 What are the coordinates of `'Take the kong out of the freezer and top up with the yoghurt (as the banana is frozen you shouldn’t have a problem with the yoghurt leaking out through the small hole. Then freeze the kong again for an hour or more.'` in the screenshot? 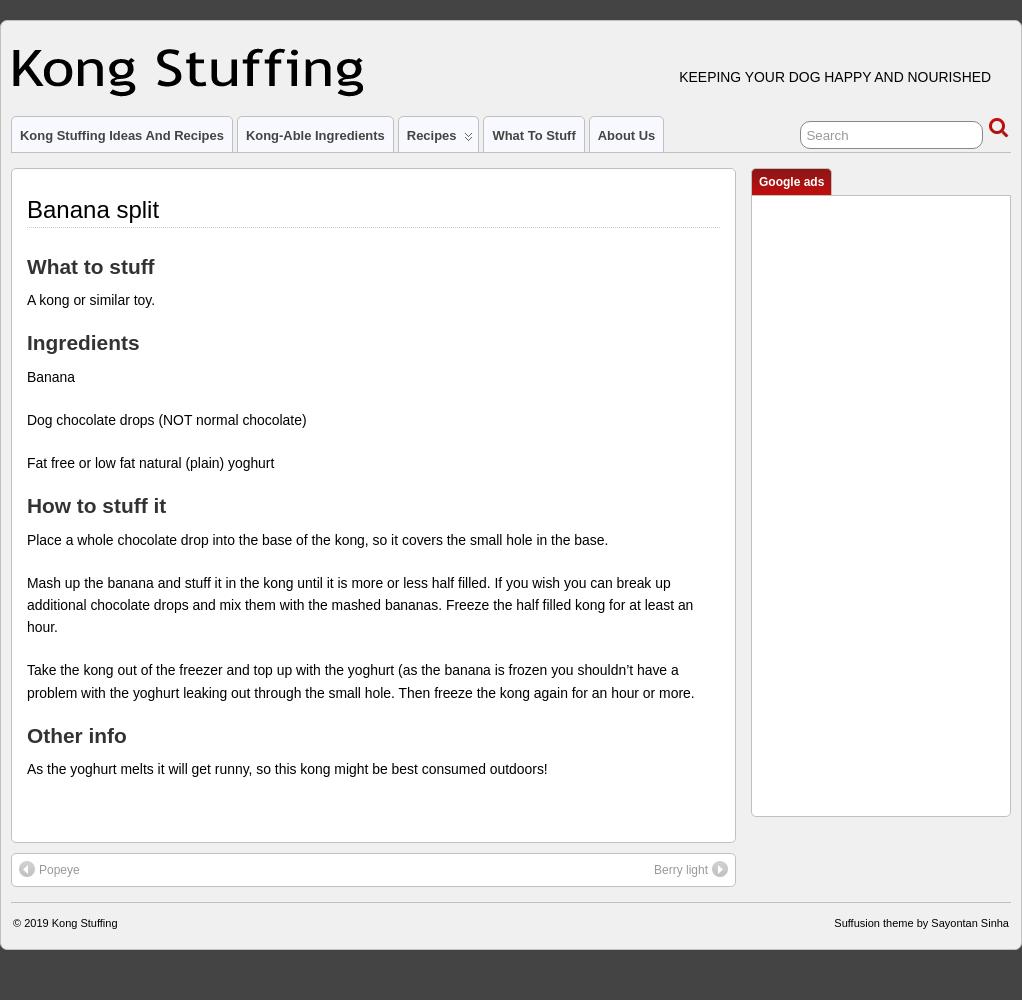 It's located at (25, 681).